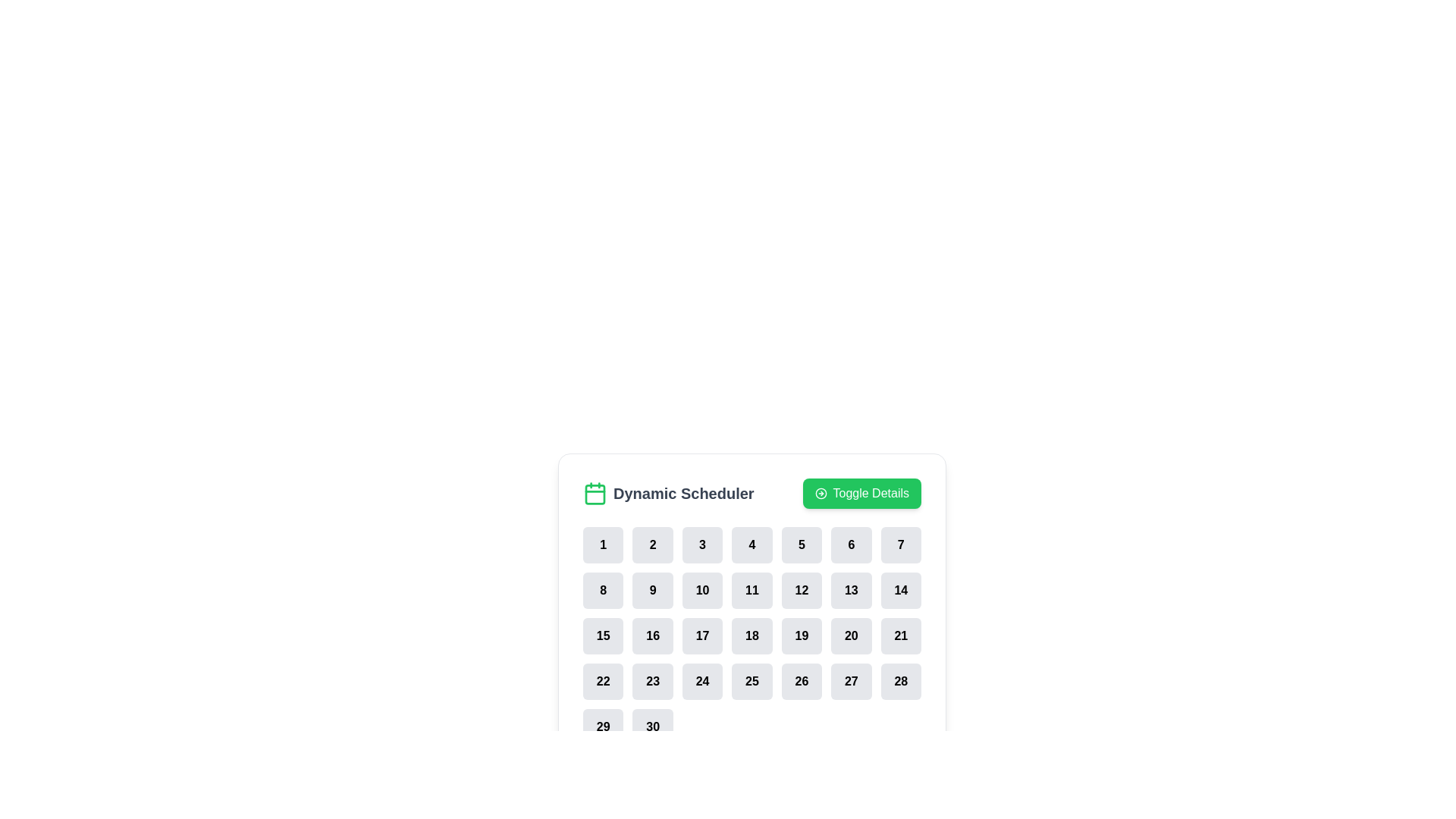 The height and width of the screenshot is (819, 1456). I want to click on the button labeled '25', which is a rounded rectangle with a light gray background and bold black text, located in the fourth row and fourth column of the grid layout, so click(752, 680).